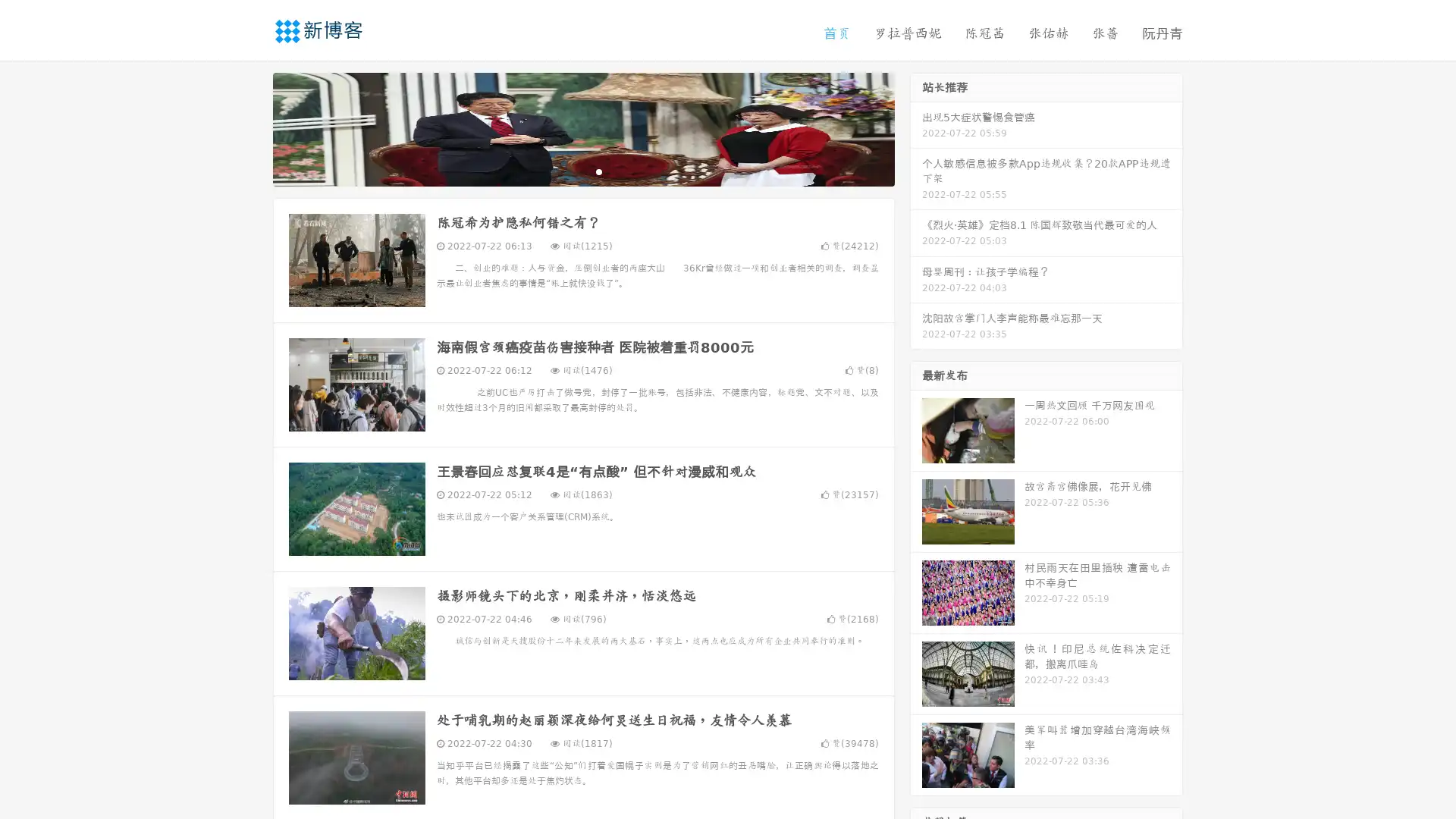 Image resolution: width=1456 pixels, height=819 pixels. What do you see at coordinates (598, 171) in the screenshot?
I see `Go to slide 3` at bounding box center [598, 171].